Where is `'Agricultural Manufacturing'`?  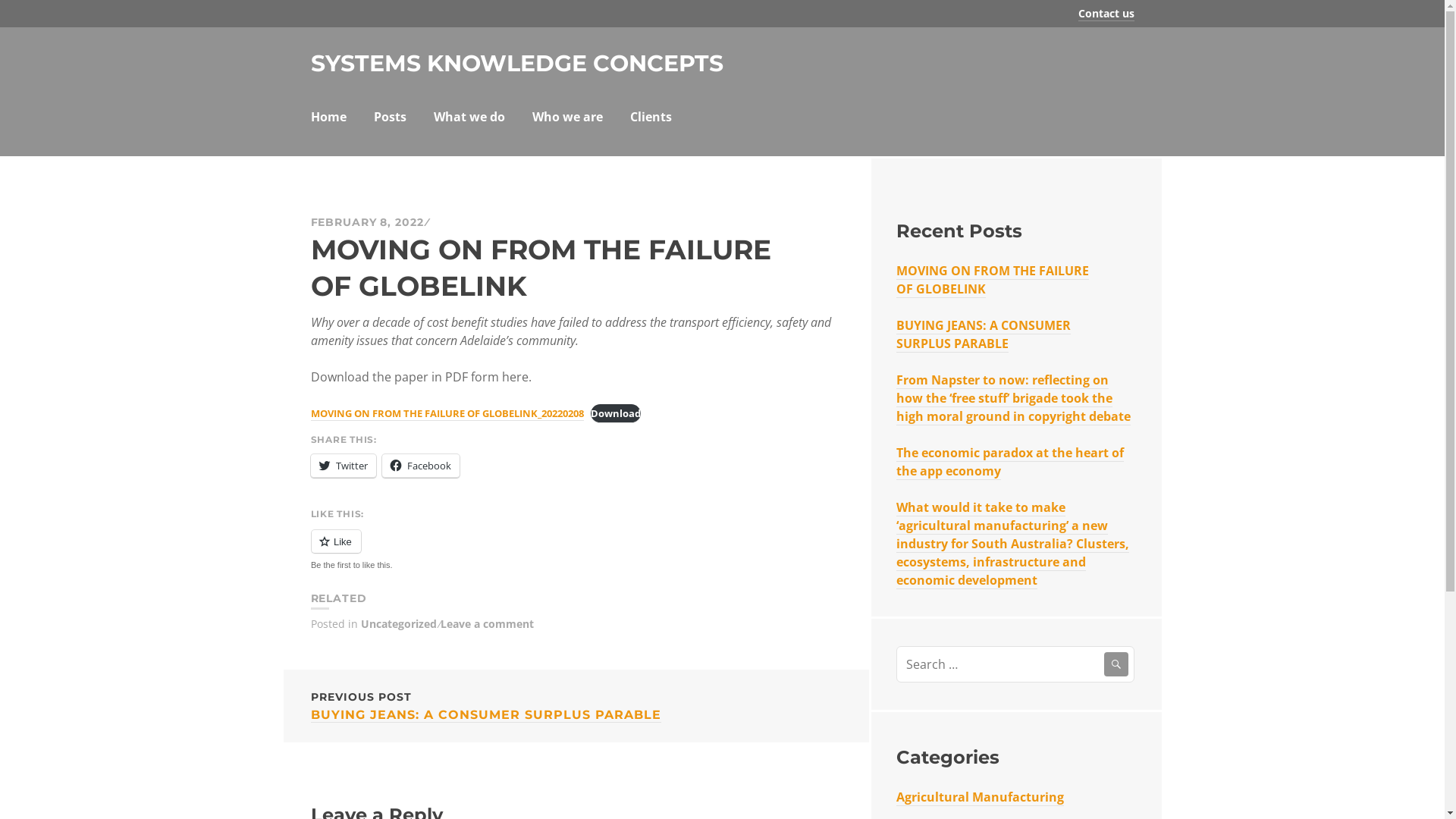
'Agricultural Manufacturing' is located at coordinates (896, 796).